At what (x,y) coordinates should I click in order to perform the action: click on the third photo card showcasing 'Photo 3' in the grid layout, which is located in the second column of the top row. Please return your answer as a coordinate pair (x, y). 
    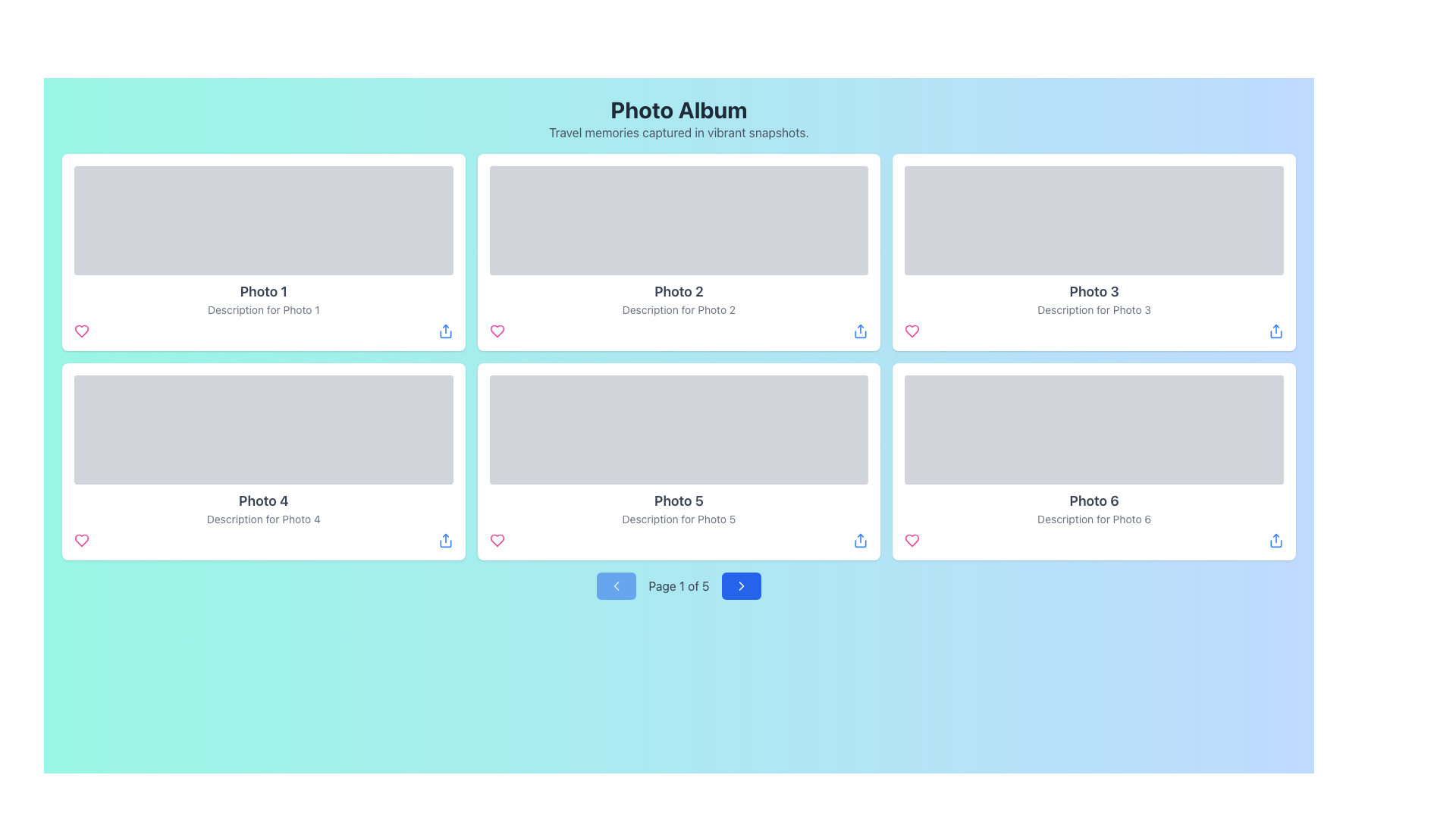
    Looking at the image, I should click on (1094, 251).